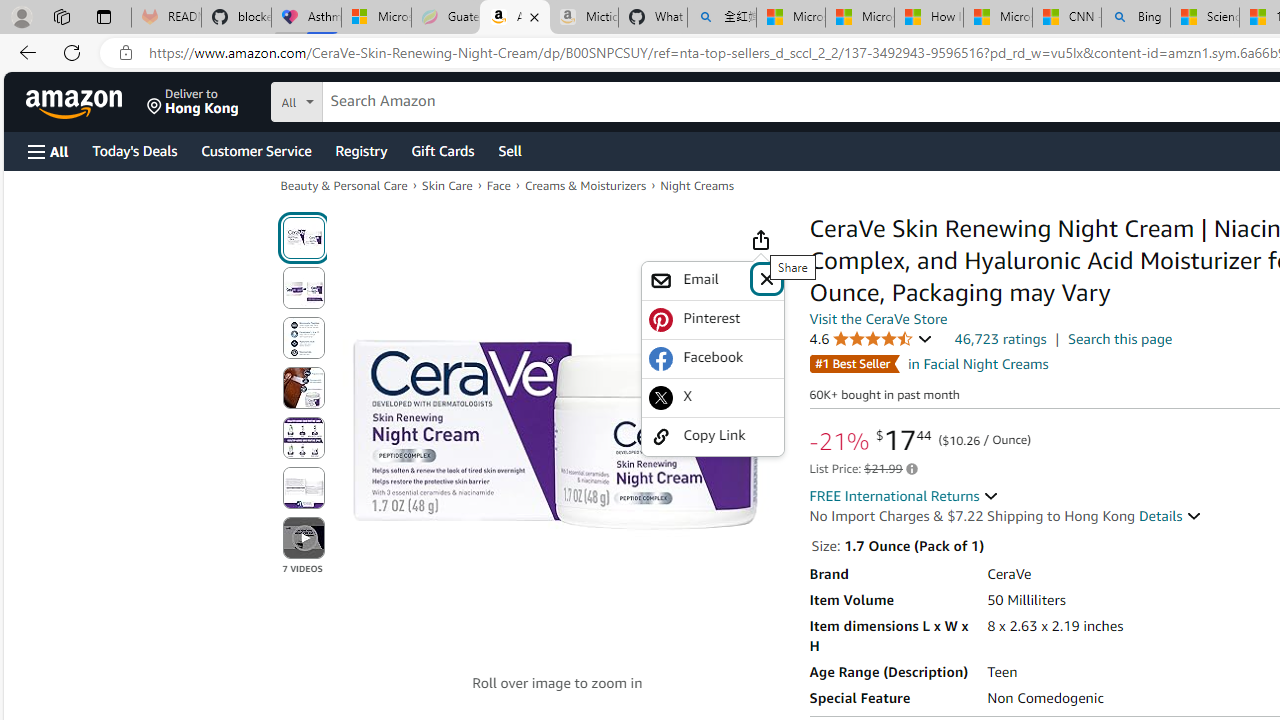  Describe the element at coordinates (712, 280) in the screenshot. I see `'Email'` at that location.